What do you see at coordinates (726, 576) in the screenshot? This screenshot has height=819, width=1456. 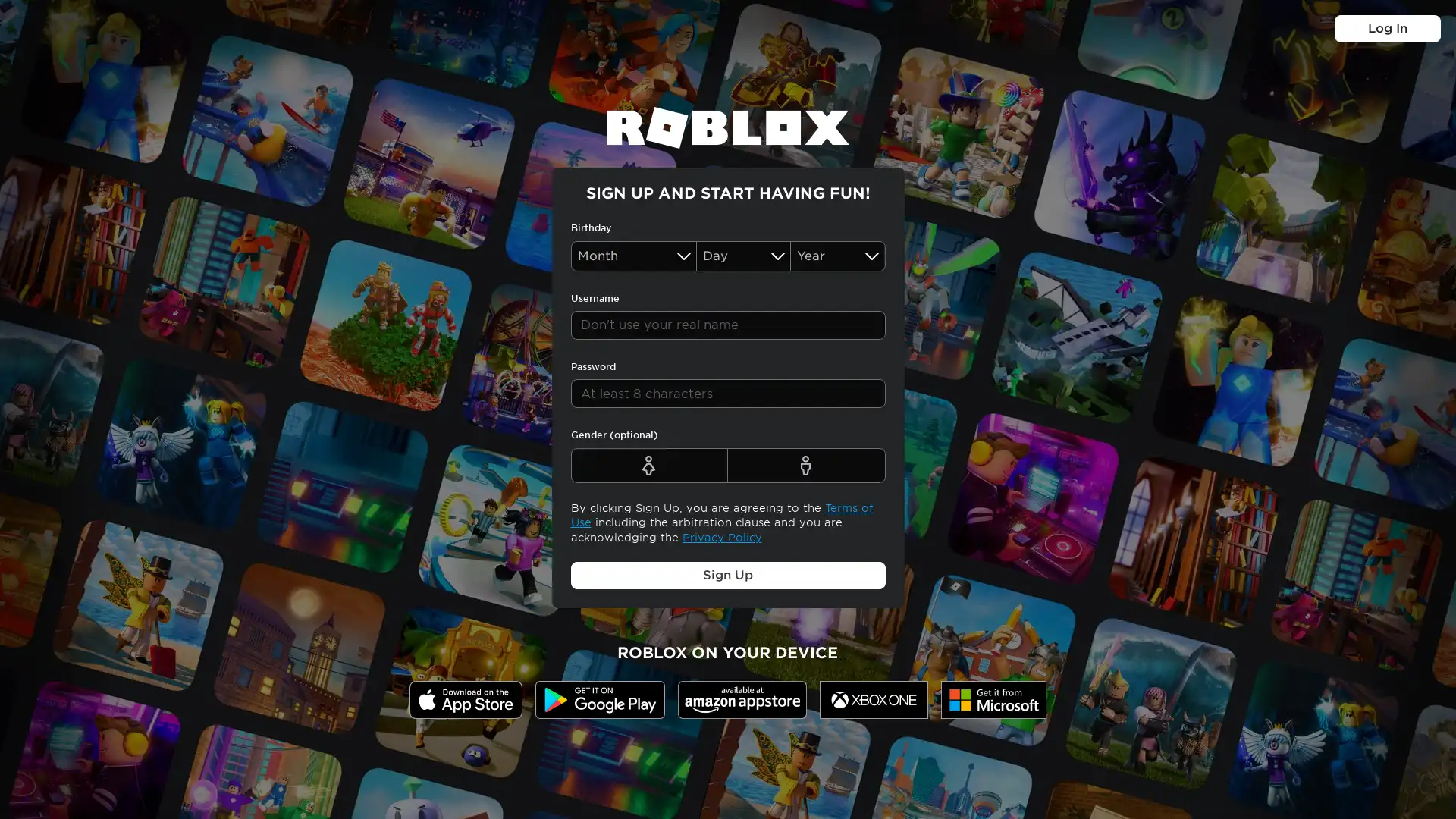 I see `Sign Up` at bounding box center [726, 576].